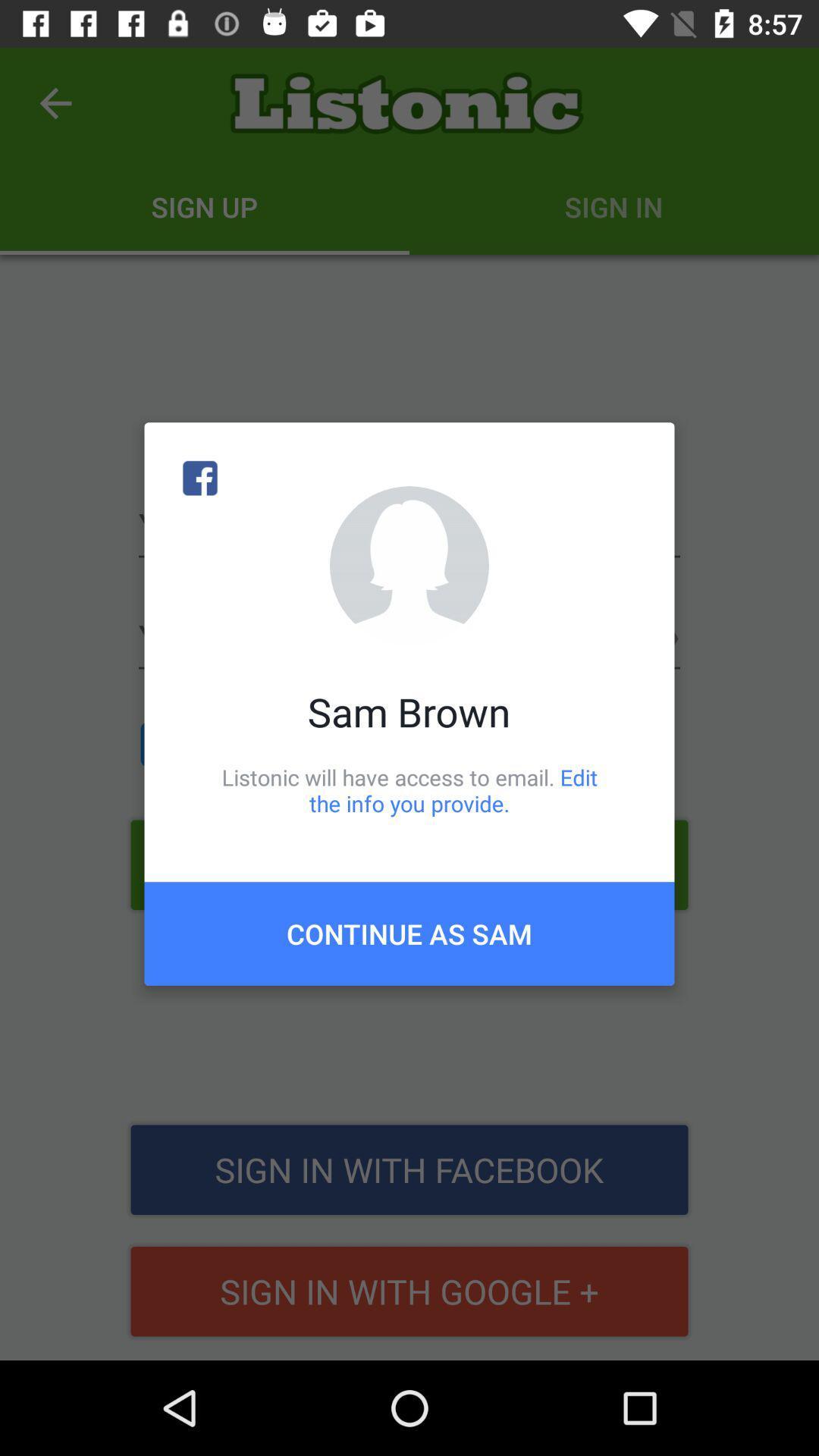 This screenshot has width=819, height=1456. I want to click on the item below sam brown item, so click(409, 789).